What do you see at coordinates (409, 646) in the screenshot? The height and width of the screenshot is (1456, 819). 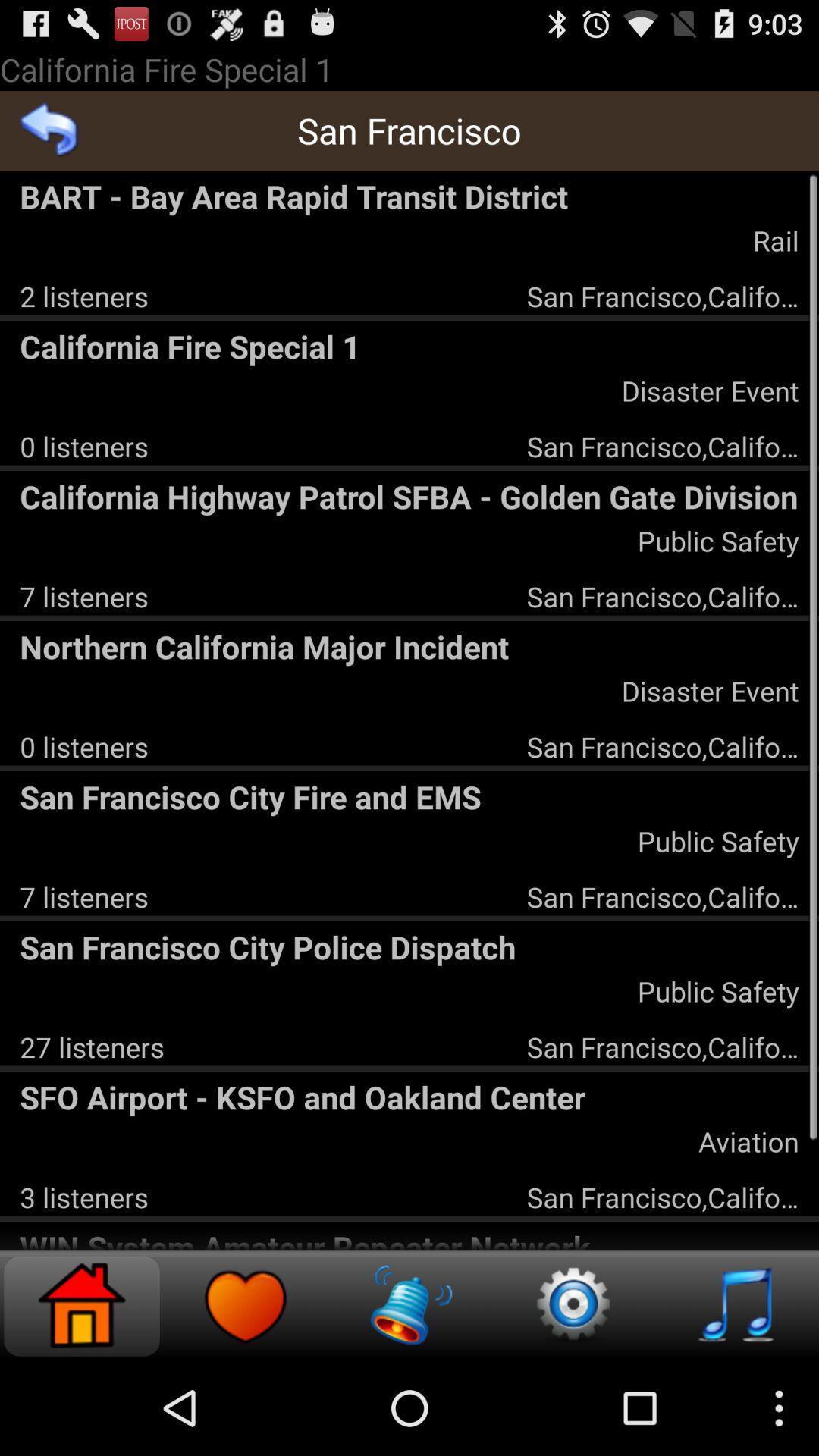 I see `northern california major` at bounding box center [409, 646].